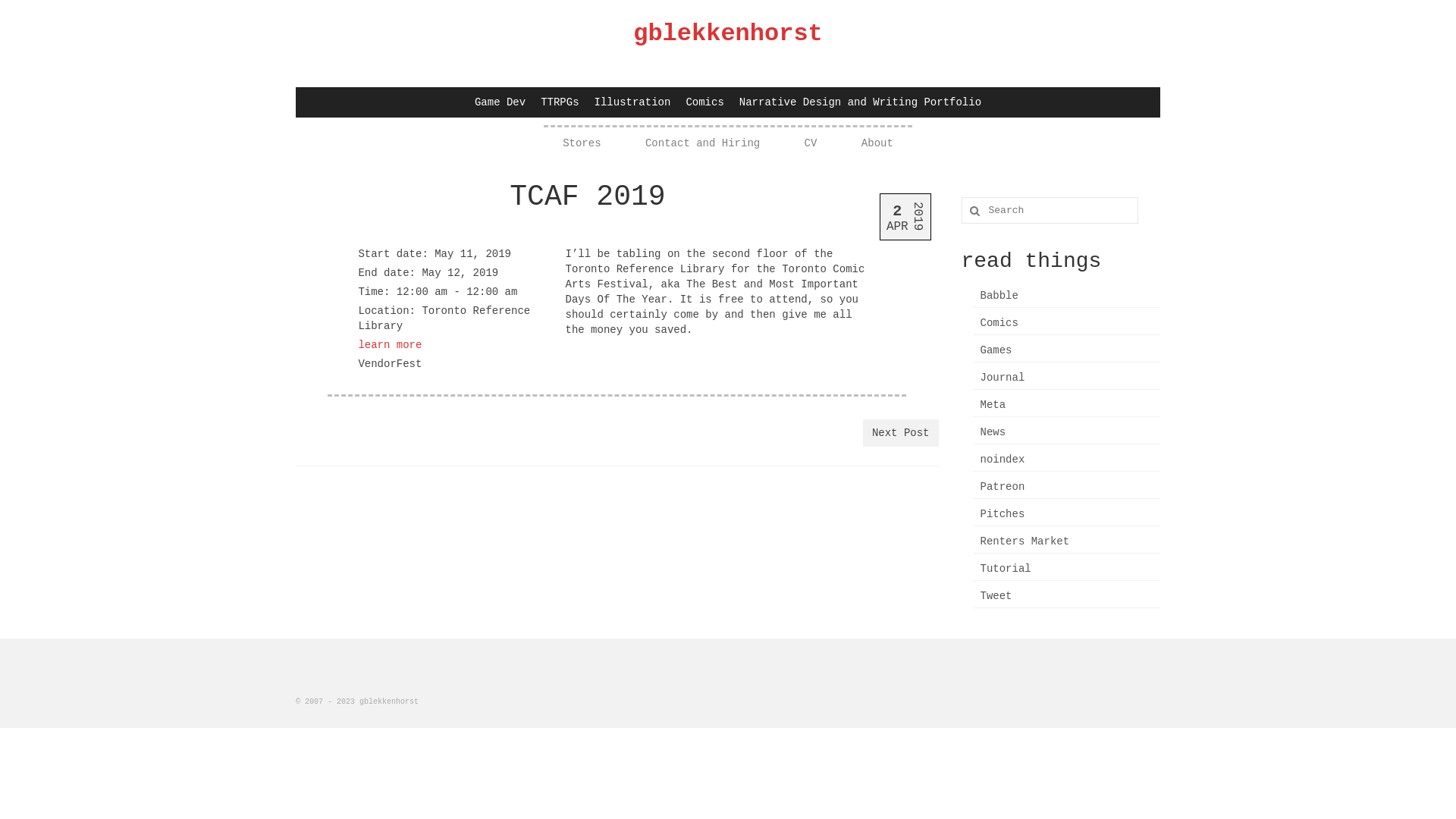  Describe the element at coordinates (971, 404) in the screenshot. I see `'Meta'` at that location.